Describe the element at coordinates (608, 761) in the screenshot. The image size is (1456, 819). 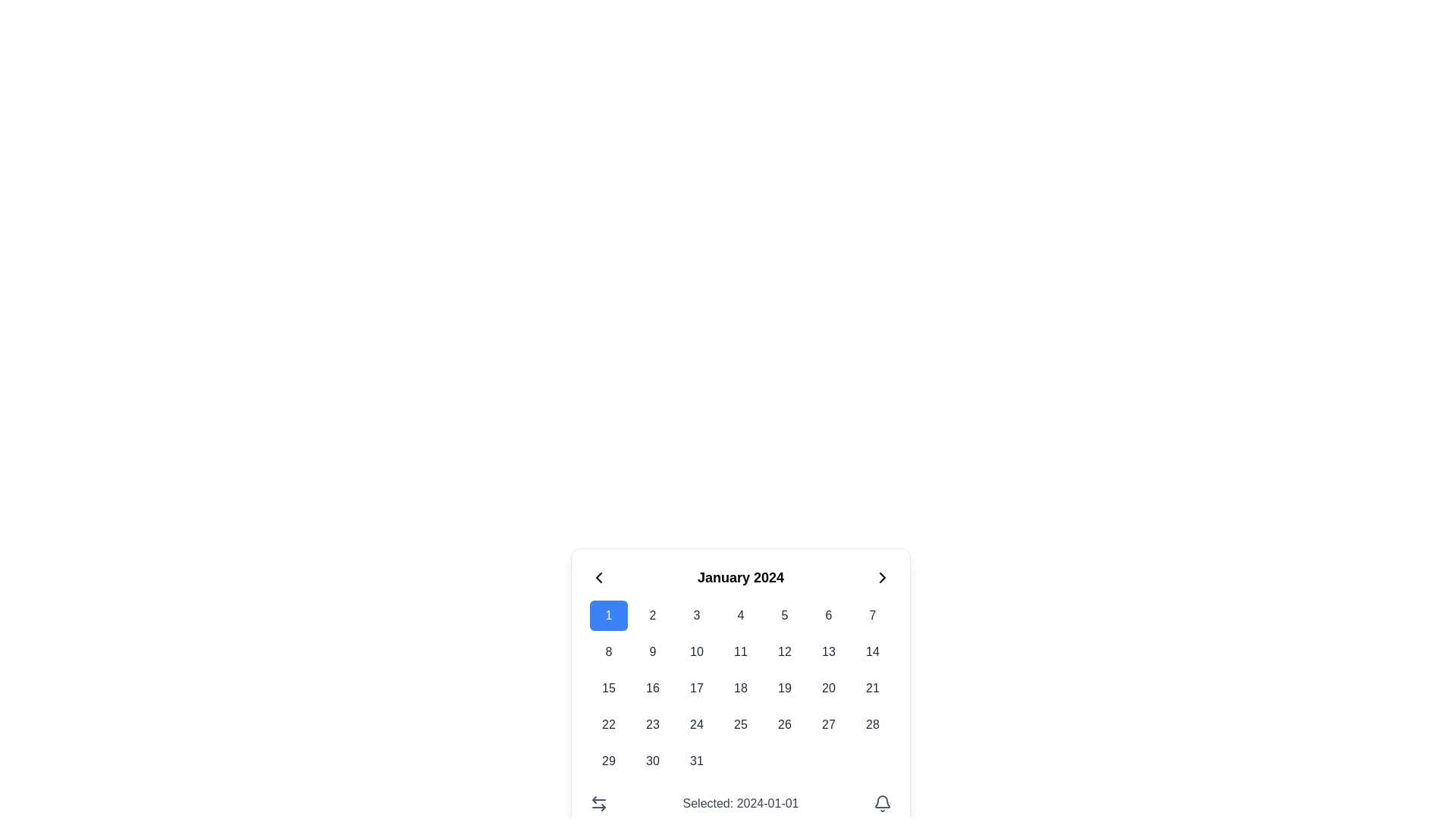
I see `the rectangular button with the number '29' in dark gray text located in the sixth row and first column of the calendar grid` at that location.